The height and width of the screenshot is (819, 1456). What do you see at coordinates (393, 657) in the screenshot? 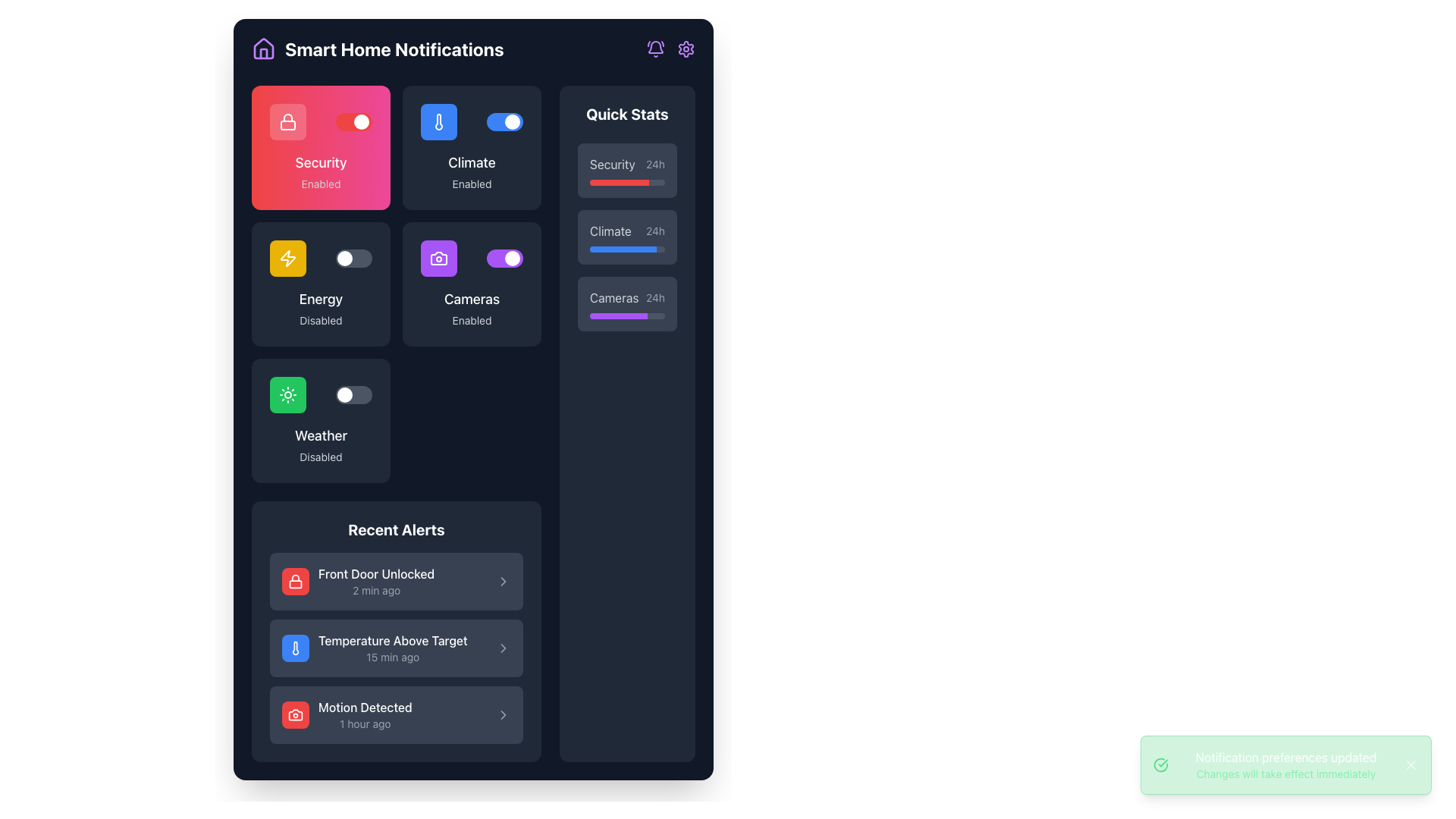
I see `text of the label that indicates the timestamp for the 'Temperature Above Target' alert, located in the second card of the 'Recent Alerts' section, below the text 'Temperature Above Target'` at bounding box center [393, 657].